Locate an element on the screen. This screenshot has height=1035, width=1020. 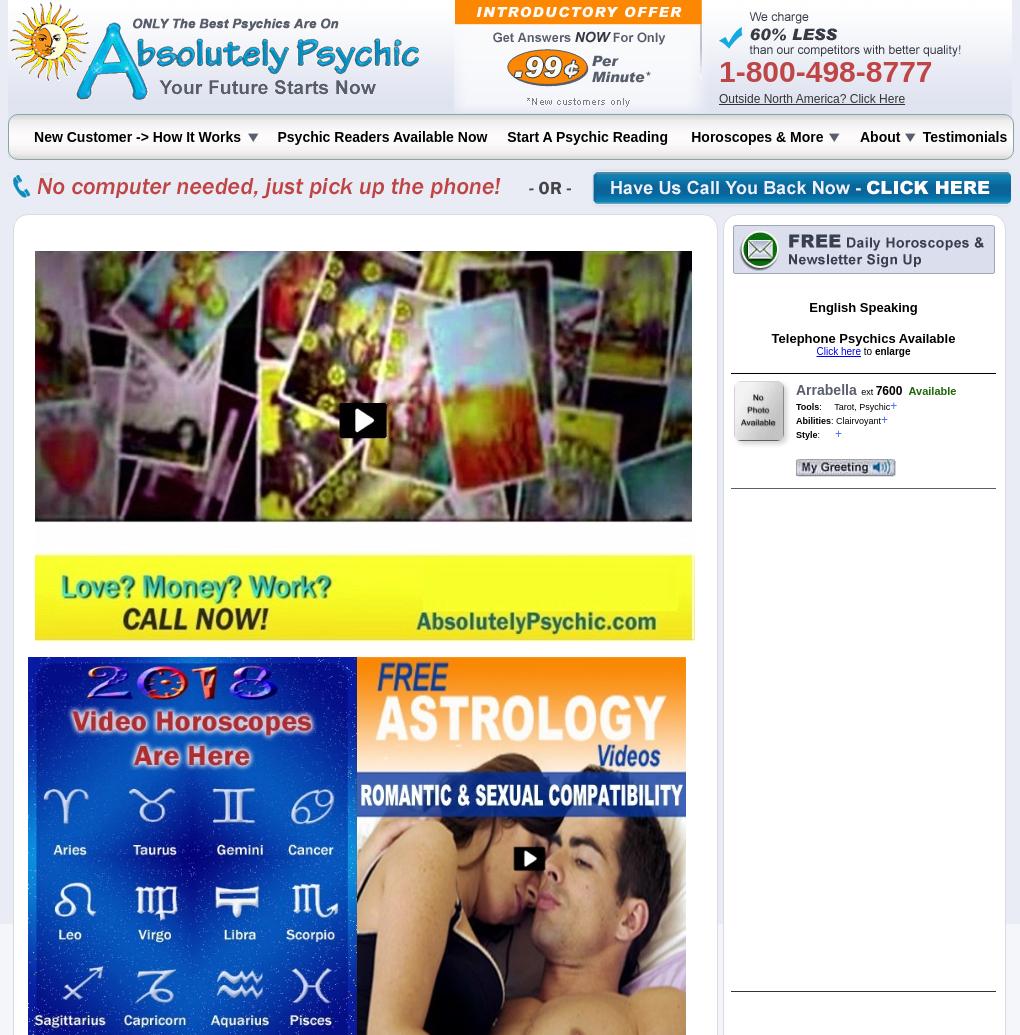
'1-800-498-8777' is located at coordinates (825, 71).